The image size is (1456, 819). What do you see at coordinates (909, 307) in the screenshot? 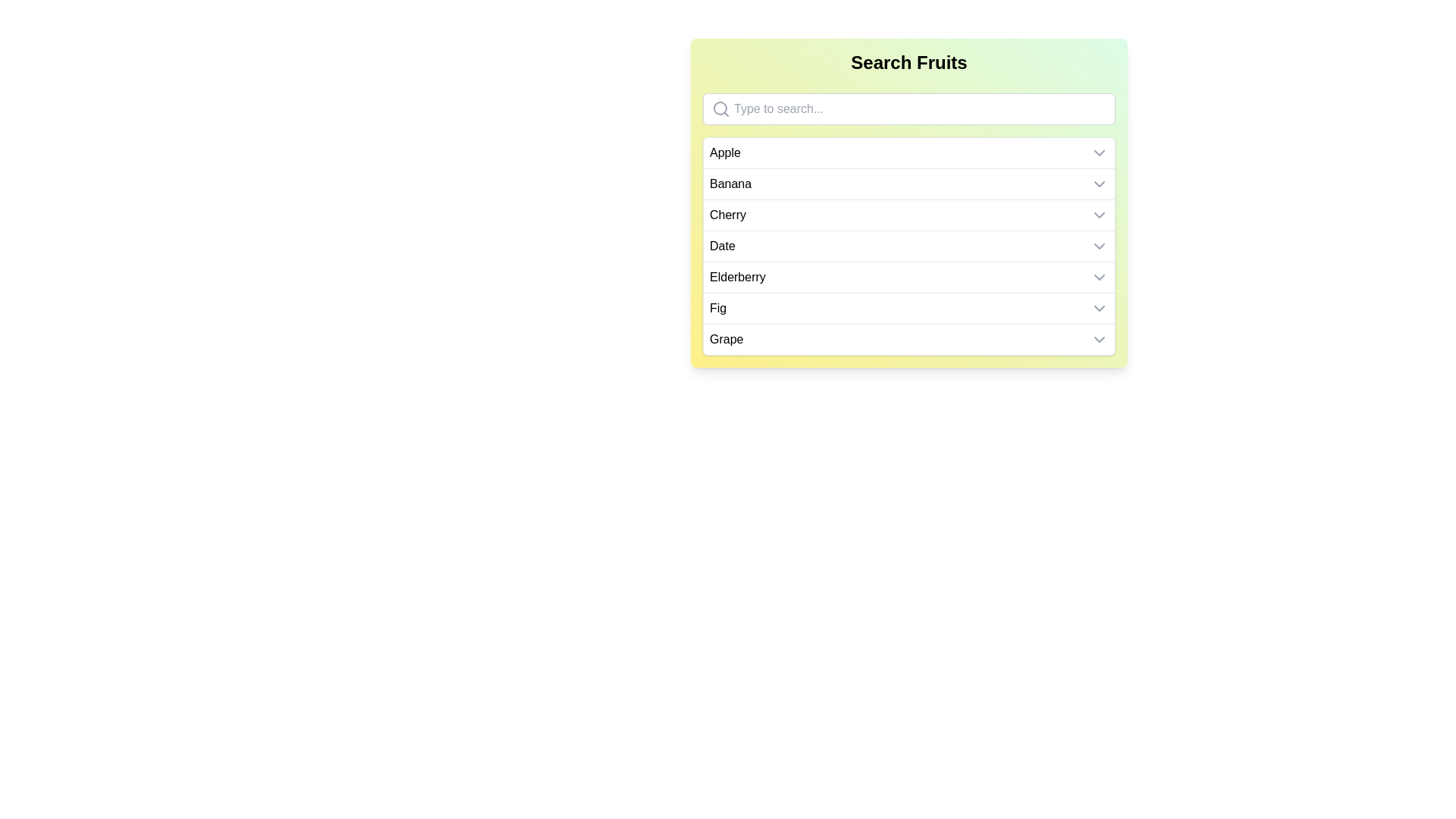
I see `the sixth item in the 'Search Fruits' list, which is located directly below 'Elderberry' and above 'Grape'` at bounding box center [909, 307].